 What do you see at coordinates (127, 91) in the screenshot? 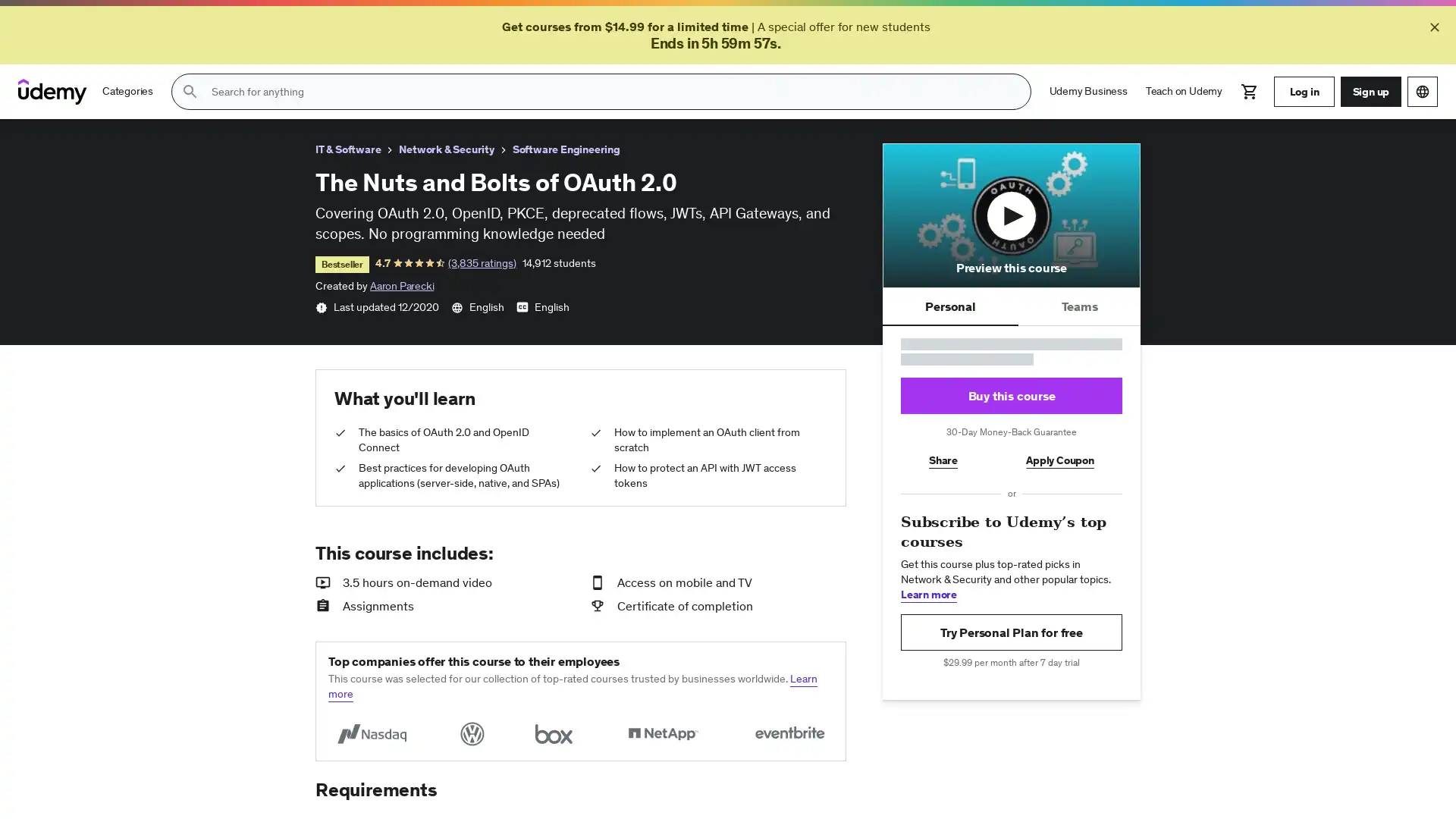
I see `Categories` at bounding box center [127, 91].